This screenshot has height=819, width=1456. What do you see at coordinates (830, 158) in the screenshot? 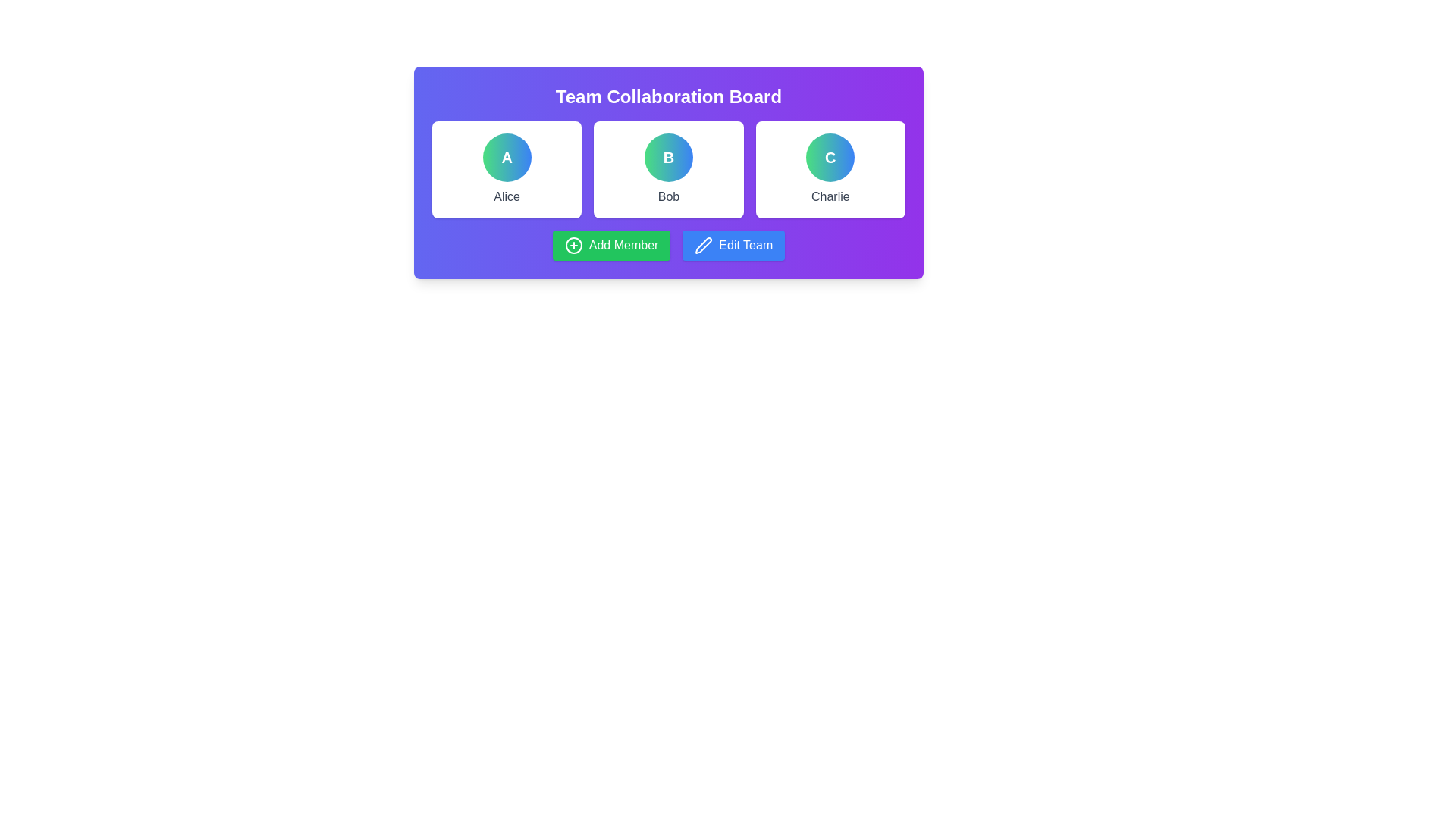
I see `the circular badge or avatar displaying a bold white 'C' character with a gradient background transitioning from green to blue` at bounding box center [830, 158].